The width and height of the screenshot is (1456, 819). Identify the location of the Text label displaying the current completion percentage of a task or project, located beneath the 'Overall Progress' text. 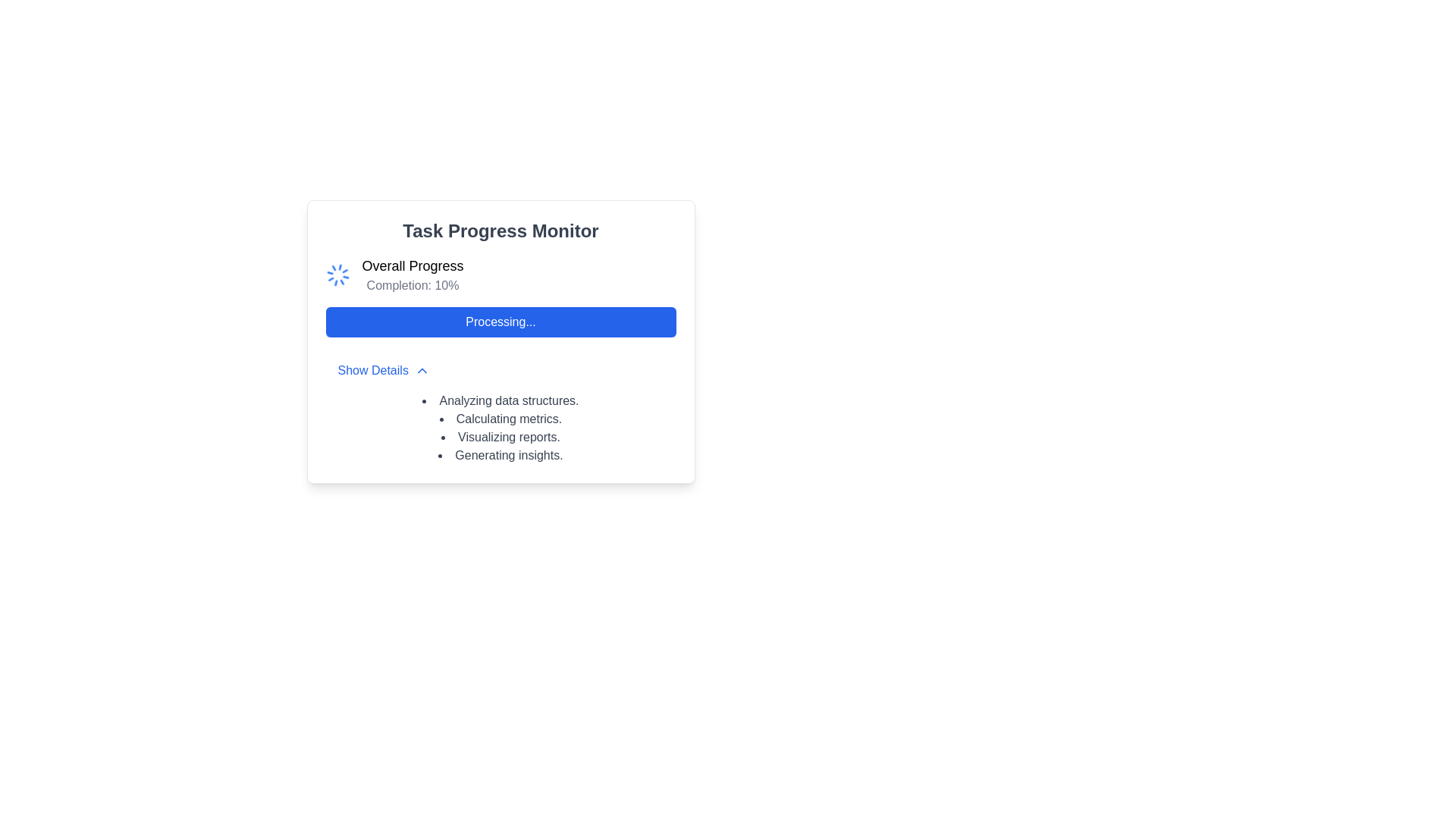
(413, 286).